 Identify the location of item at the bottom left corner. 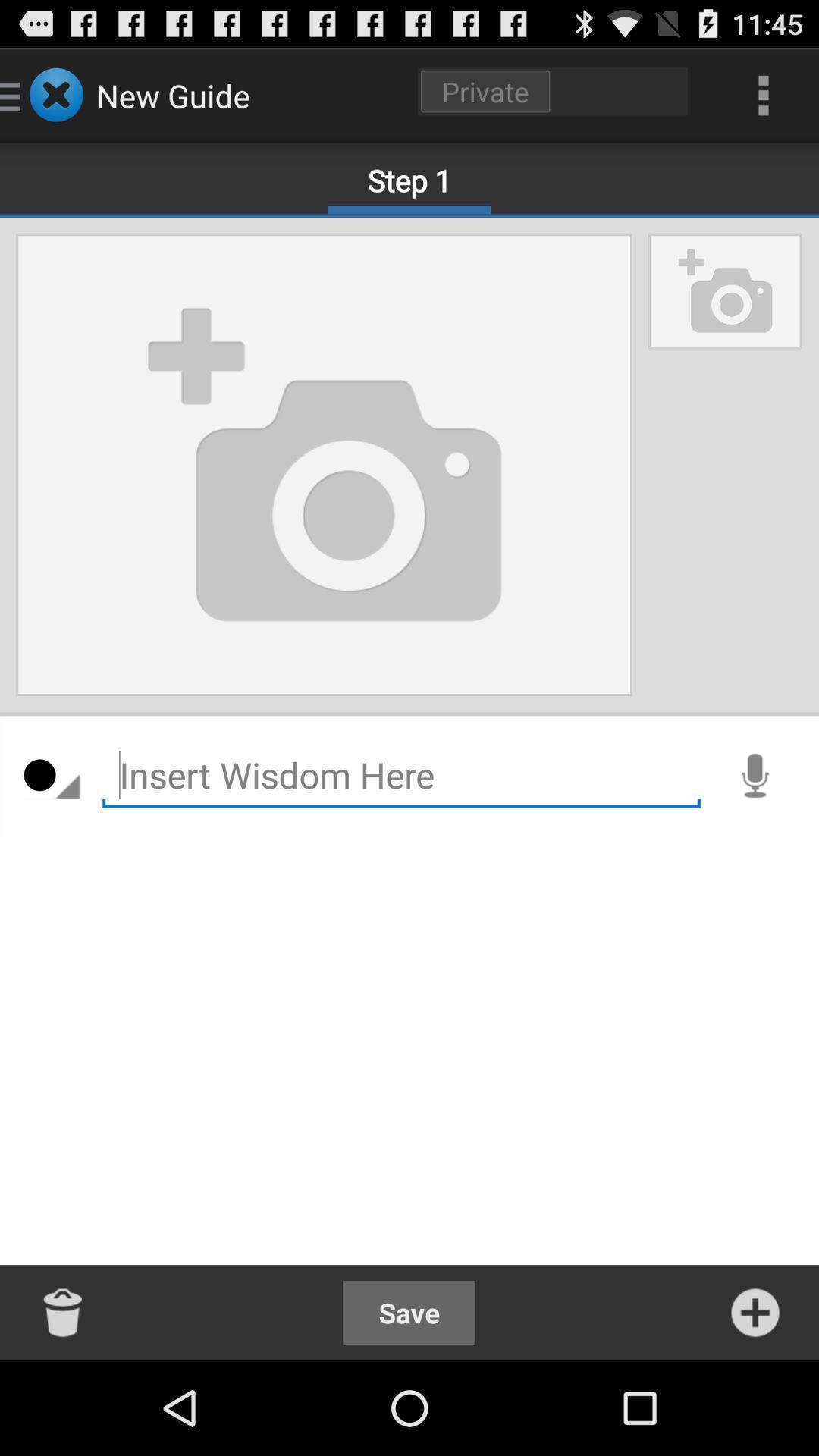
(63, 1312).